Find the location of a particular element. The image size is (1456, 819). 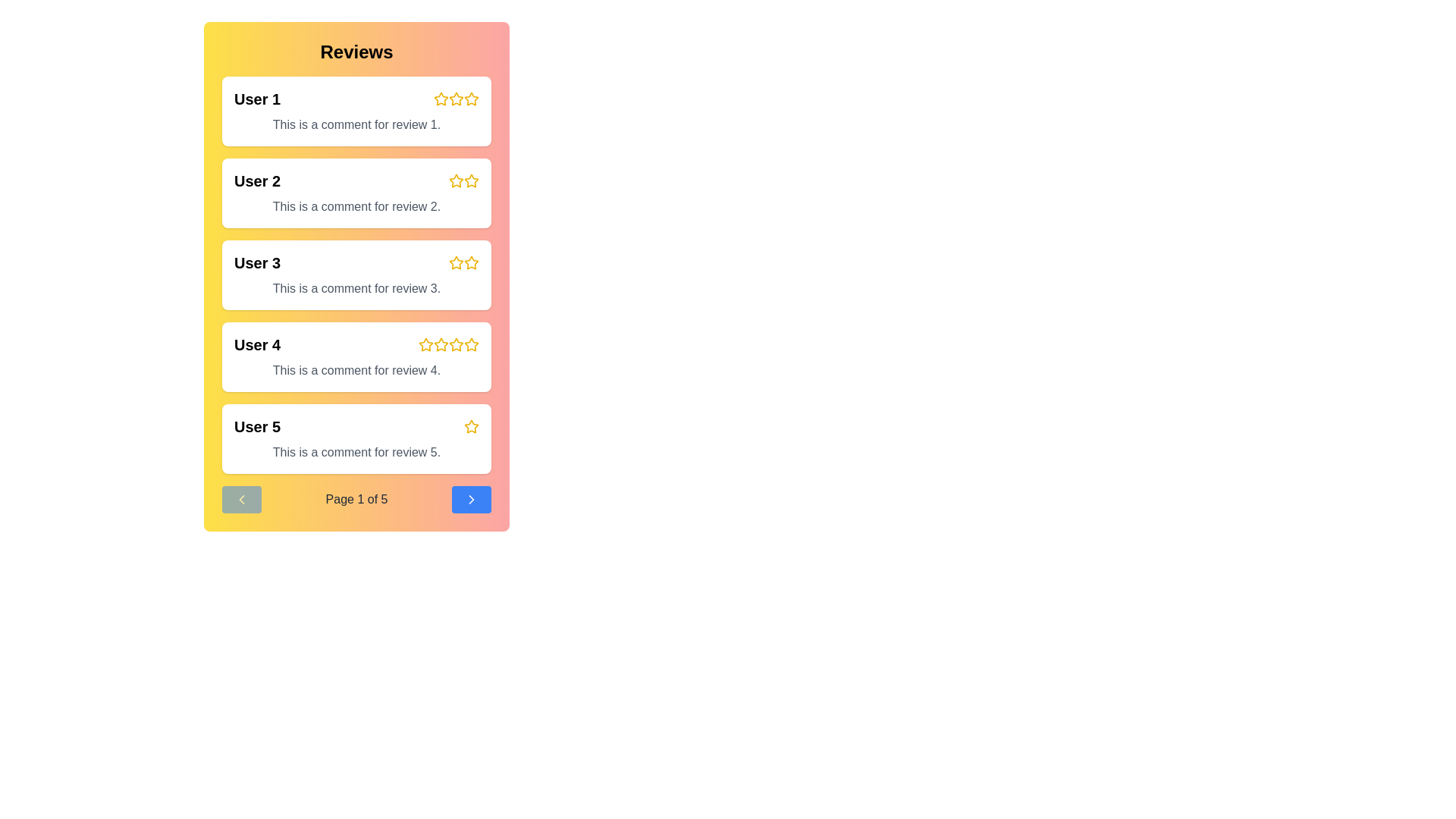

the fourth star-shaped rating icon with a golden outline for 'User 4' is located at coordinates (440, 344).